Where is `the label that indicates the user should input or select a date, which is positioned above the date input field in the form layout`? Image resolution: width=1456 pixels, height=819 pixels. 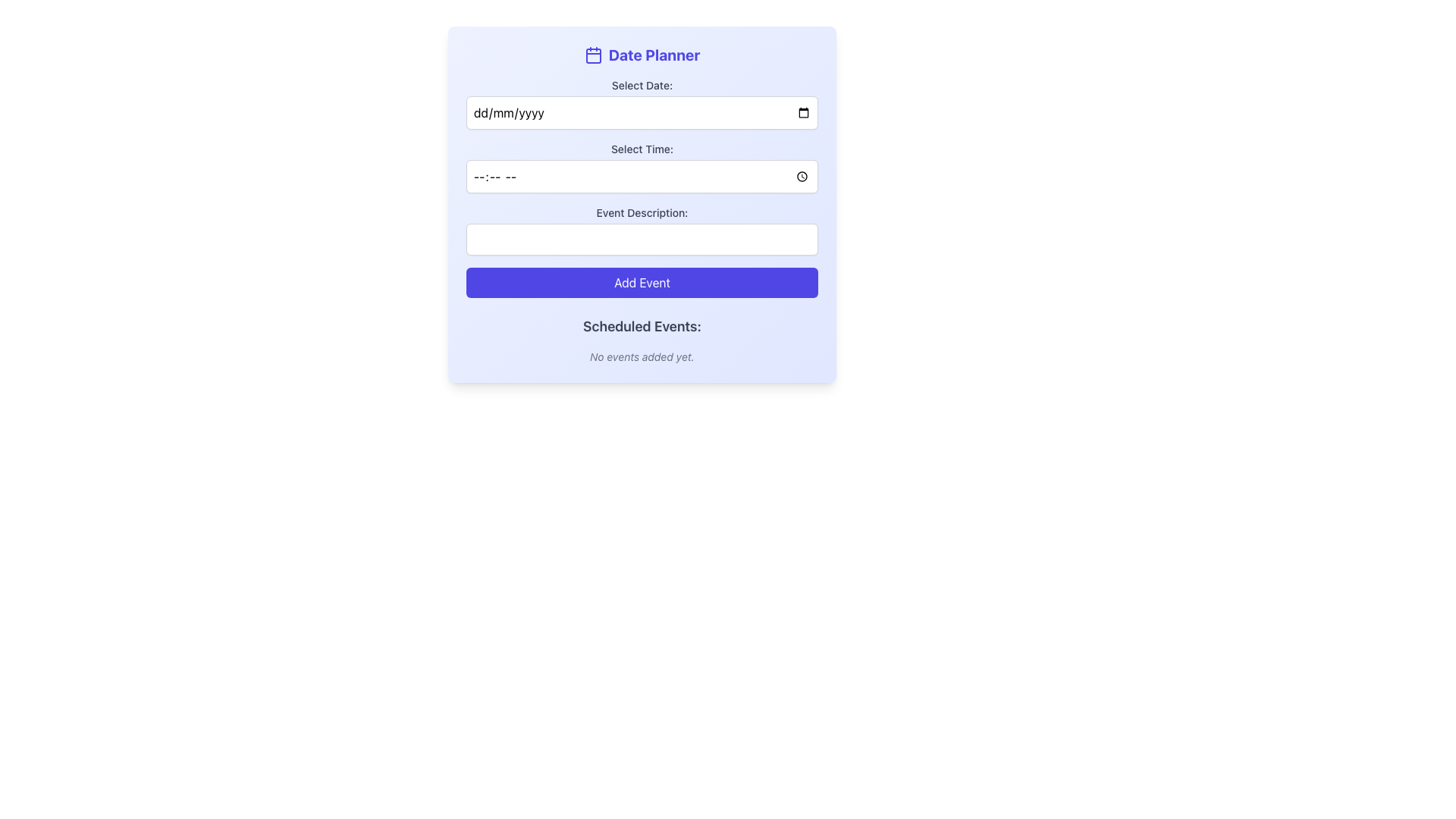 the label that indicates the user should input or select a date, which is positioned above the date input field in the form layout is located at coordinates (642, 85).